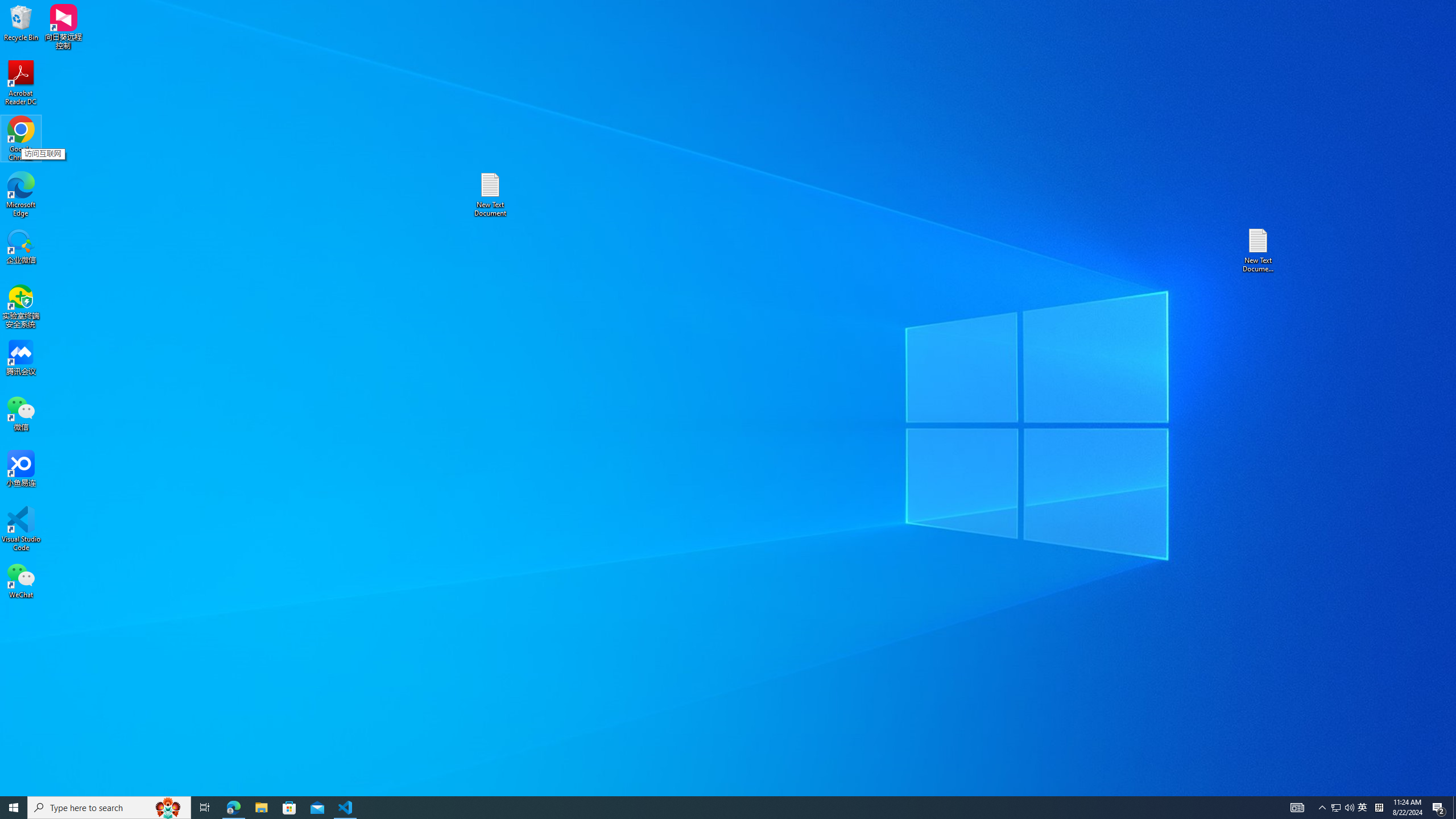 This screenshot has width=1456, height=819. Describe the element at coordinates (20, 580) in the screenshot. I see `'WeChat'` at that location.